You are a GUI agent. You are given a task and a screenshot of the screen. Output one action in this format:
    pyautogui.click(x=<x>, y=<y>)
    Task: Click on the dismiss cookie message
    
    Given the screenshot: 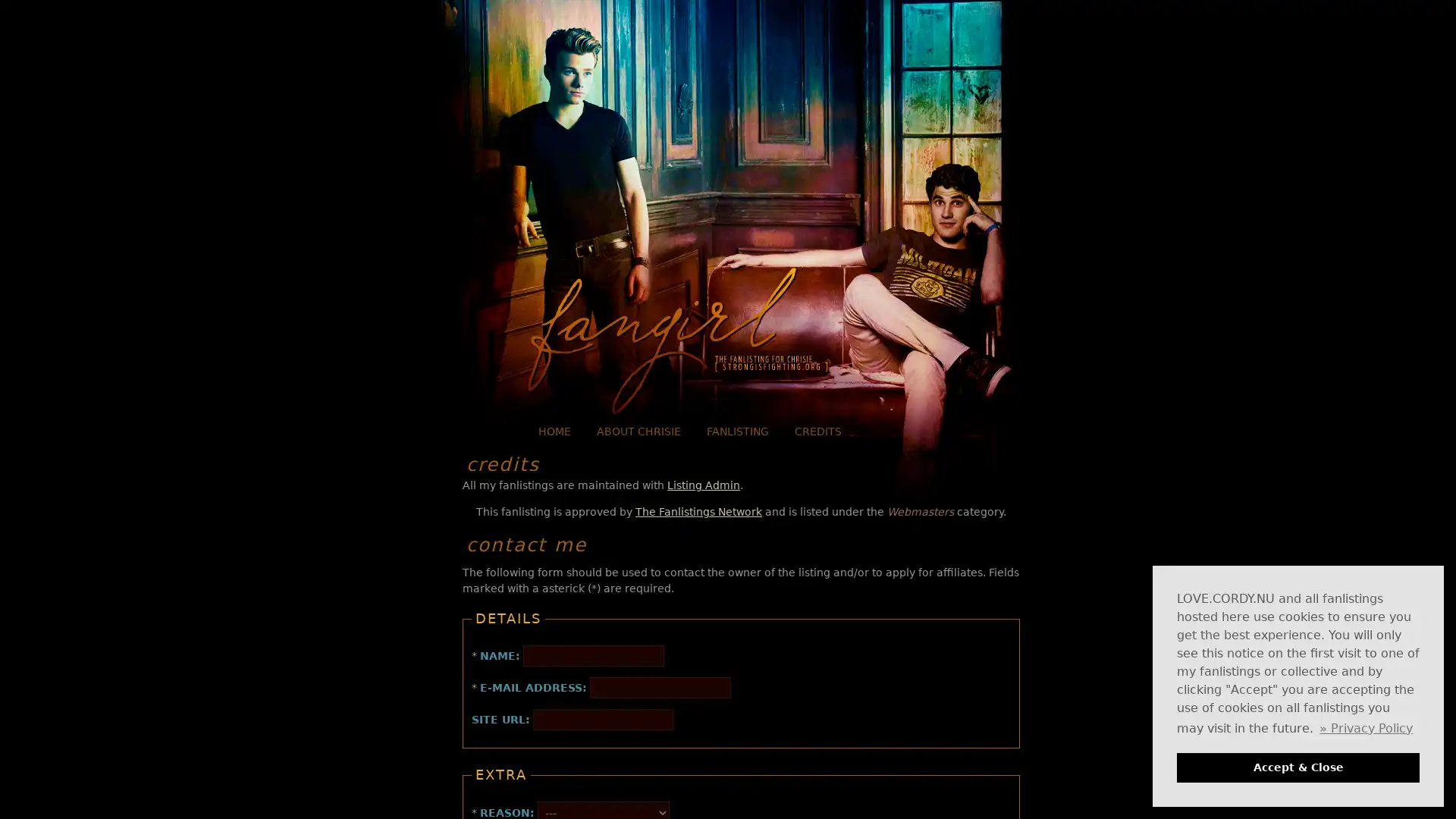 What is the action you would take?
    pyautogui.click(x=1298, y=767)
    